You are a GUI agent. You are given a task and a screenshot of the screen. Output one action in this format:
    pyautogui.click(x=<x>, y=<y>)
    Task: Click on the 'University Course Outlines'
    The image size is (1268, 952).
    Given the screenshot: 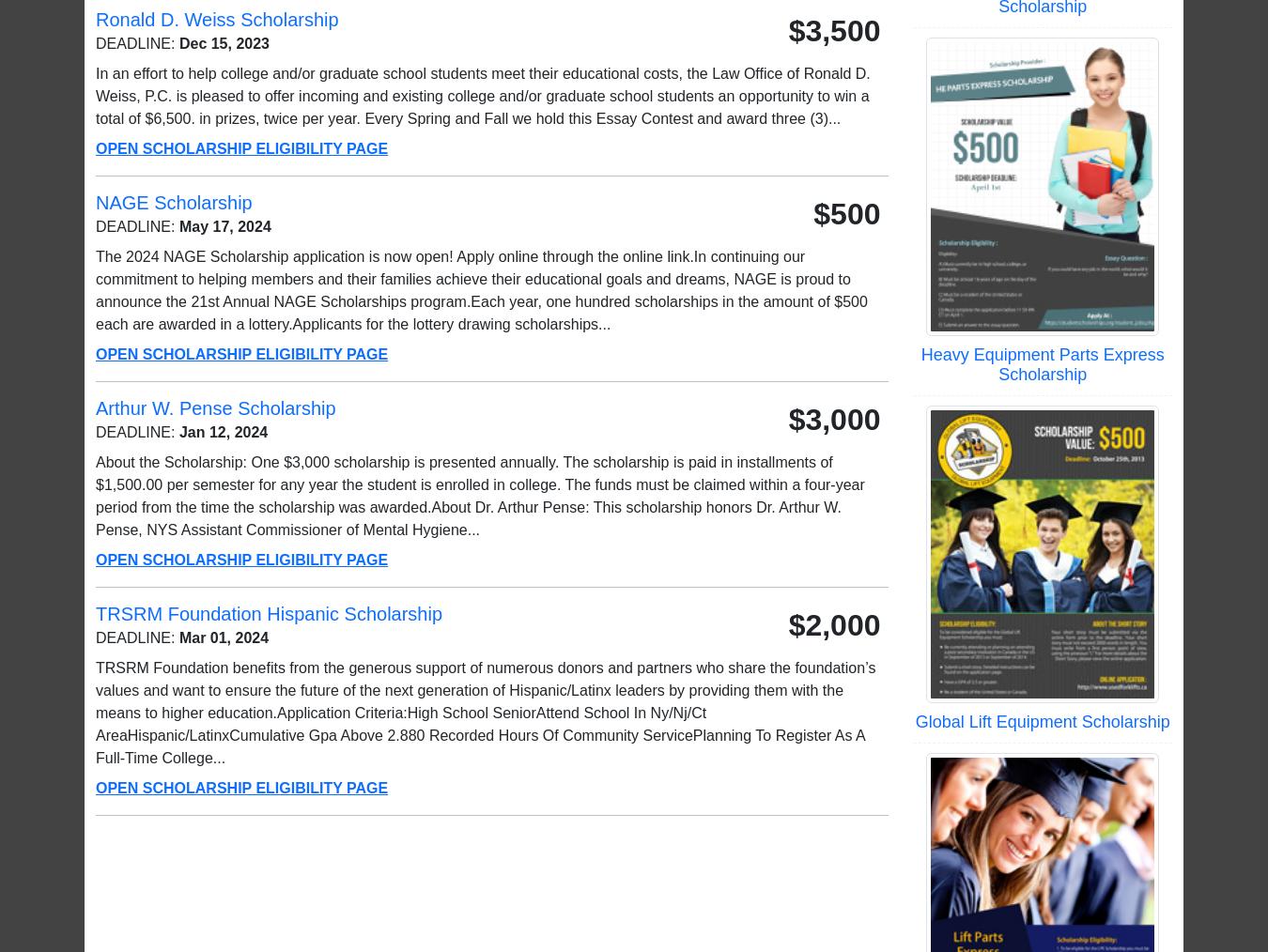 What is the action you would take?
    pyautogui.click(x=320, y=899)
    